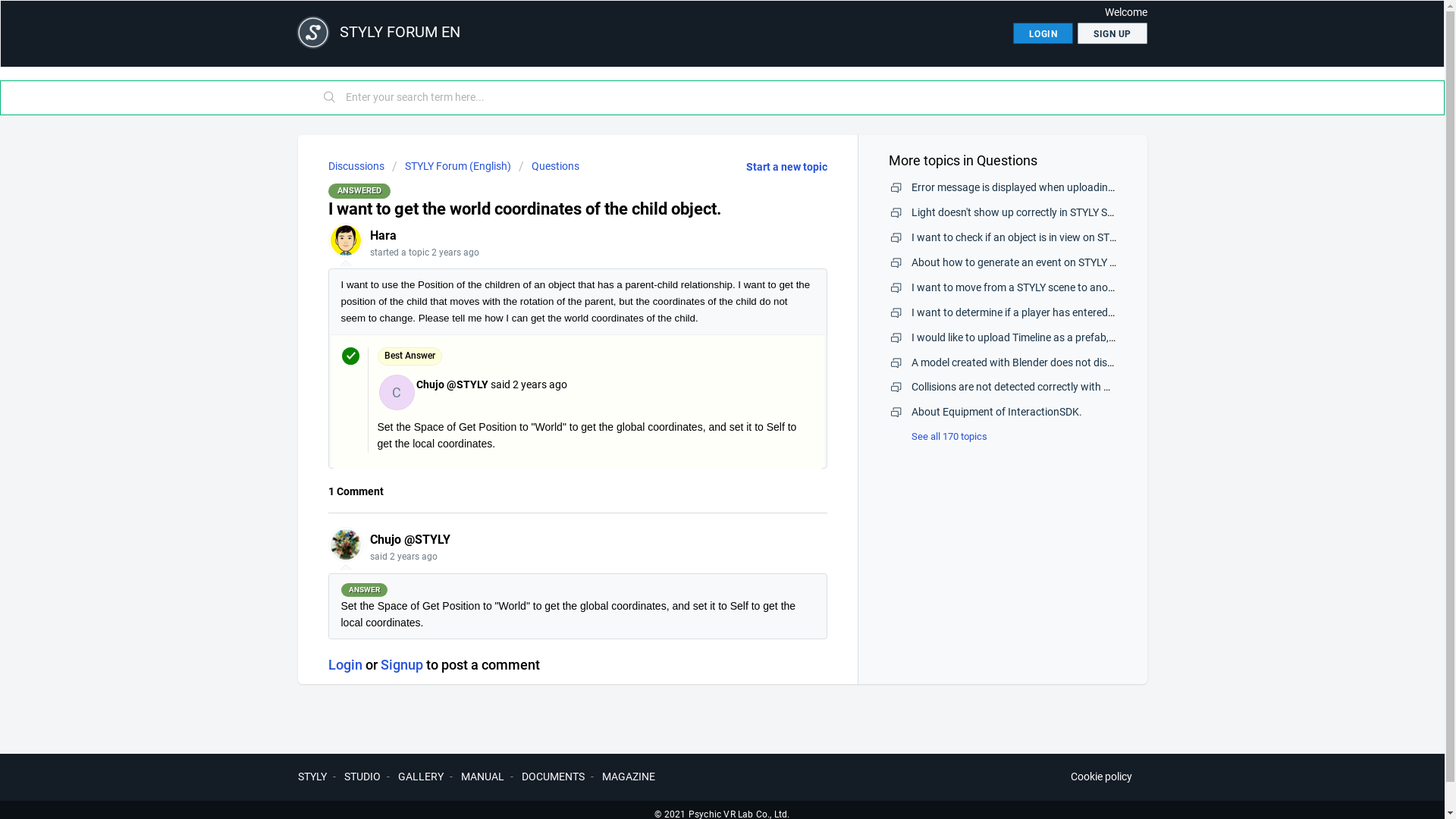 This screenshot has height=819, width=1456. What do you see at coordinates (1019, 237) in the screenshot?
I see `'I want to check if an object is in view on STYLY.'` at bounding box center [1019, 237].